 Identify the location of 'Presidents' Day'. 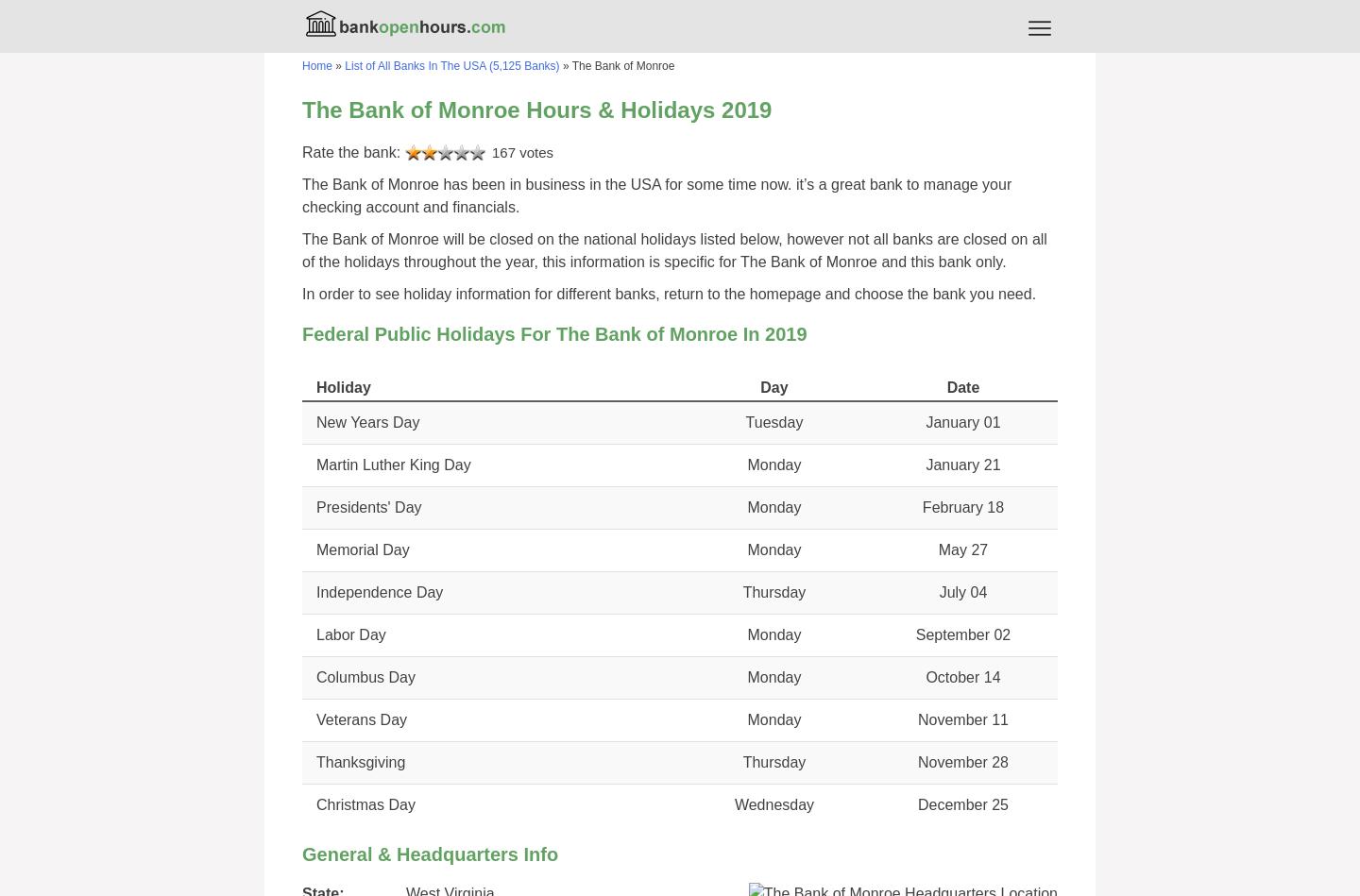
(367, 506).